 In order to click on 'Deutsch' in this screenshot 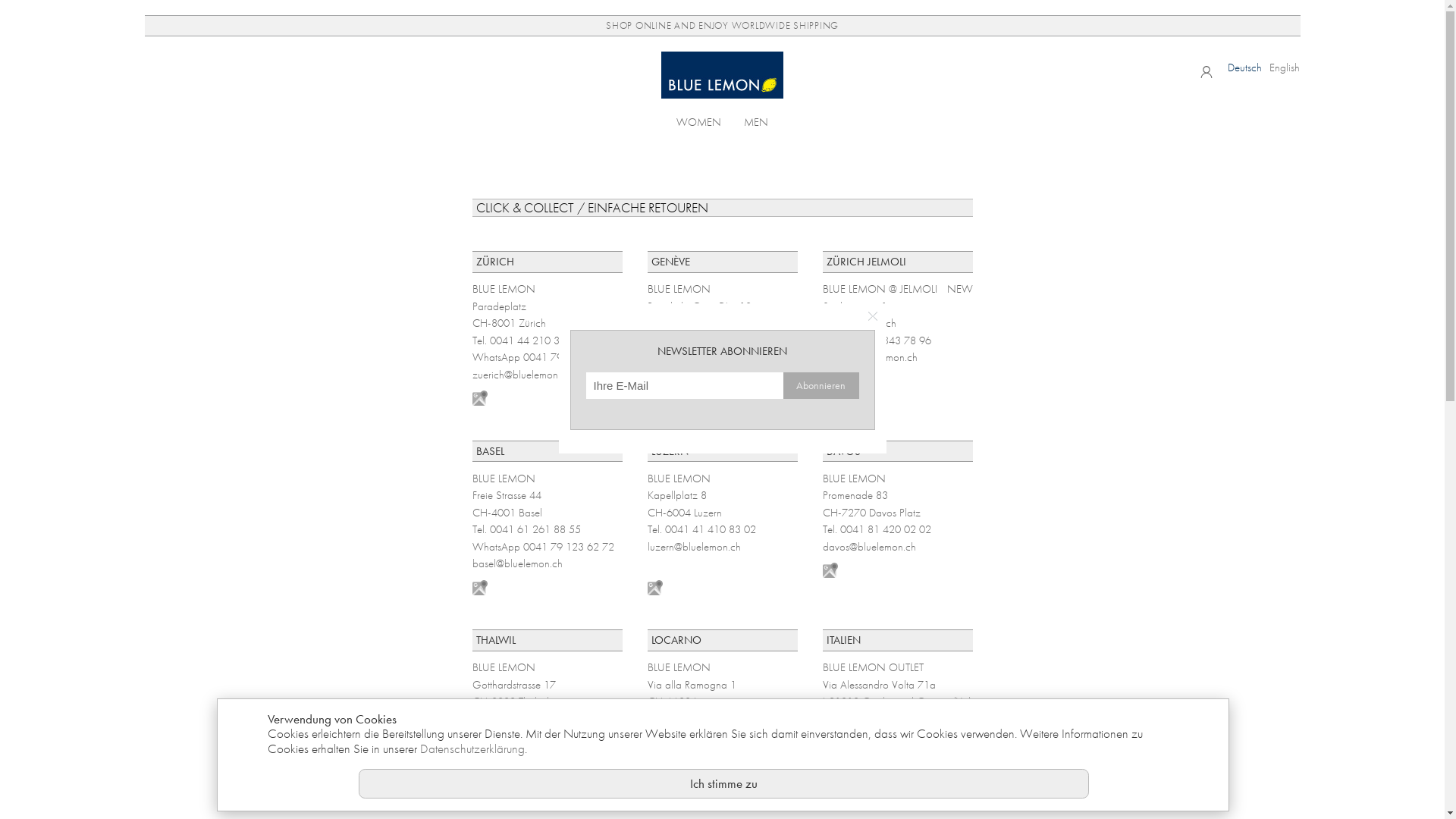, I will do `click(1244, 67)`.